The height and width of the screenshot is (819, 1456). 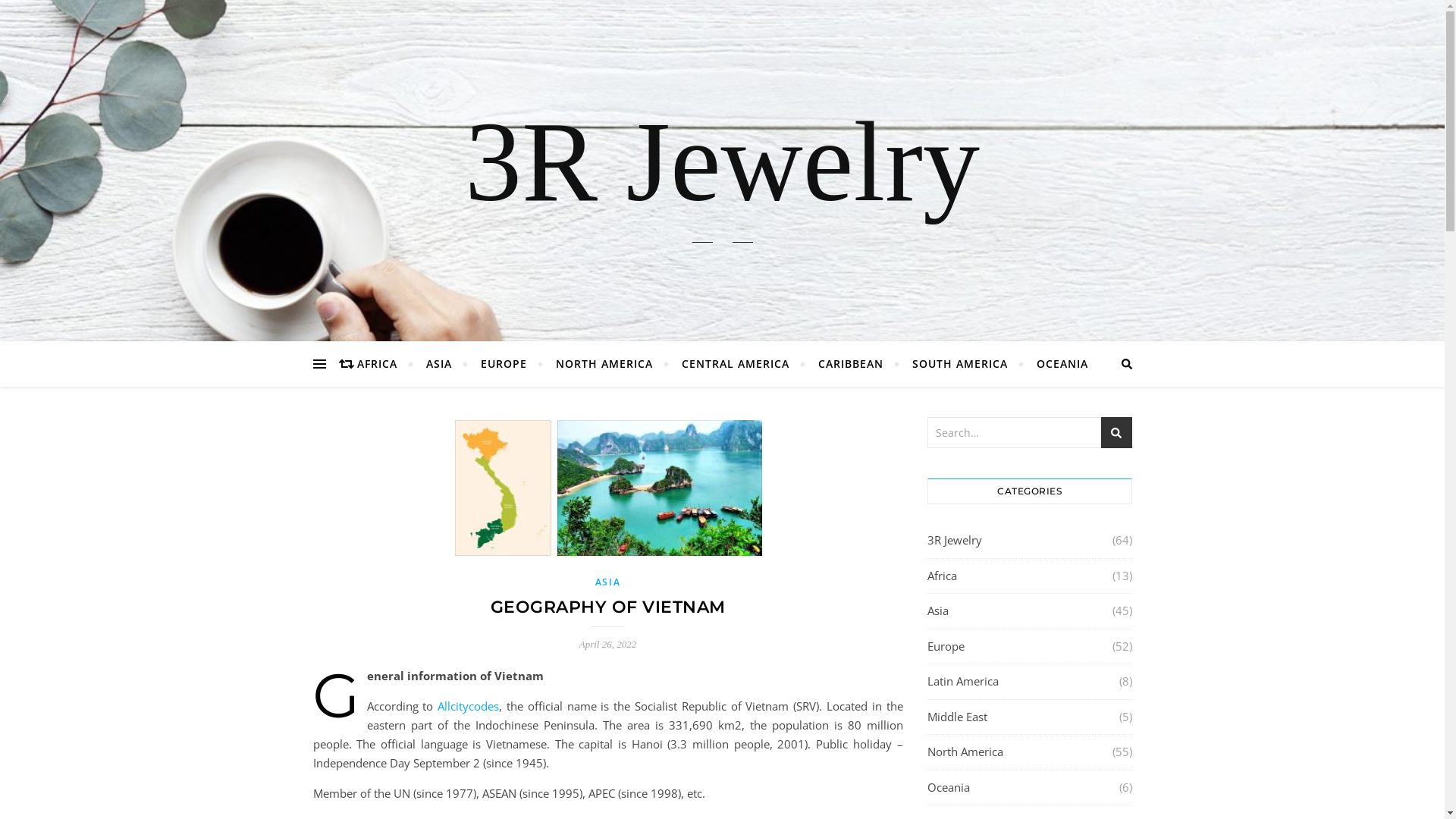 What do you see at coordinates (961, 680) in the screenshot?
I see `'Latin America'` at bounding box center [961, 680].